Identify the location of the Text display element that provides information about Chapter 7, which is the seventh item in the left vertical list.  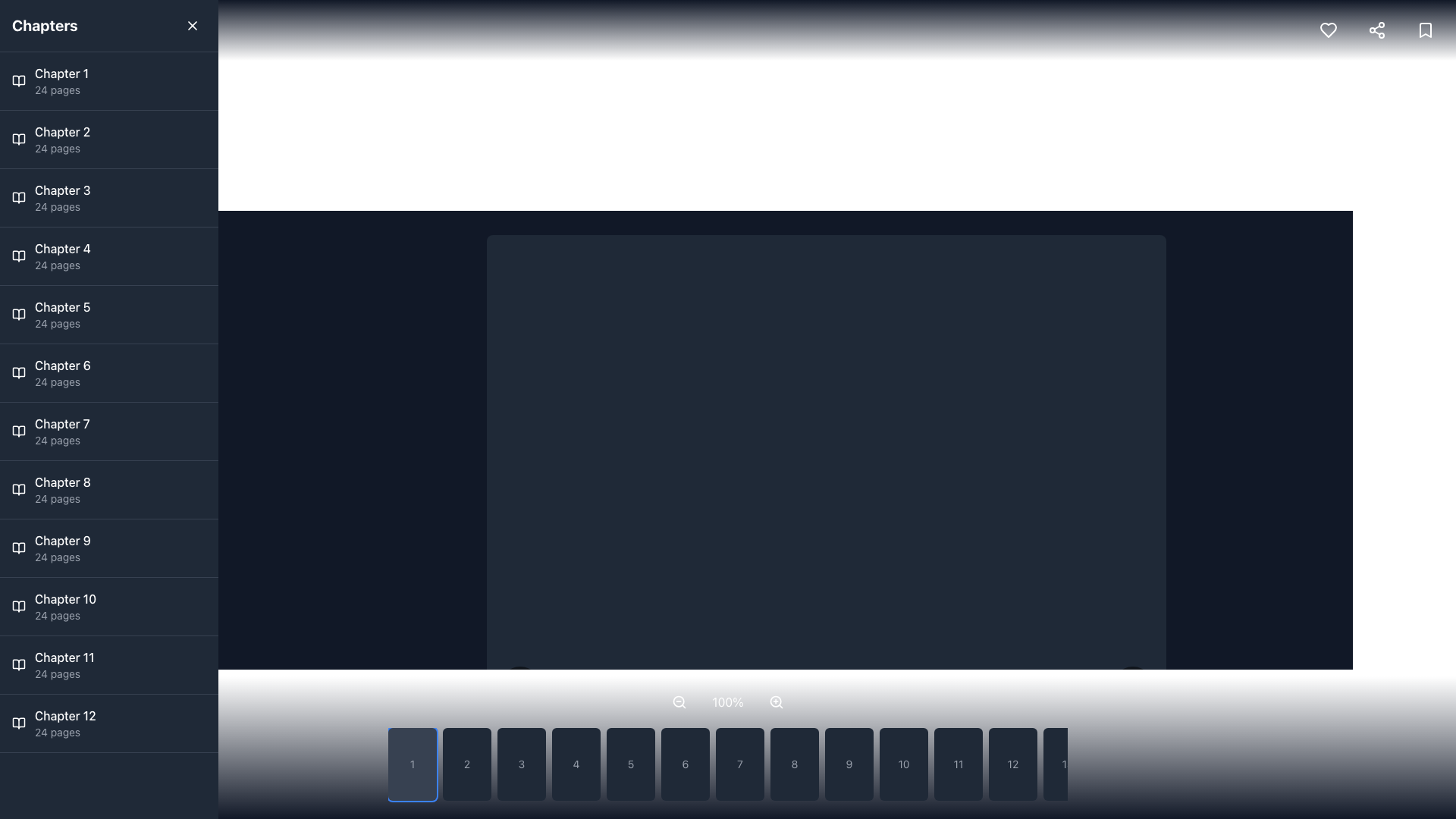
(61, 431).